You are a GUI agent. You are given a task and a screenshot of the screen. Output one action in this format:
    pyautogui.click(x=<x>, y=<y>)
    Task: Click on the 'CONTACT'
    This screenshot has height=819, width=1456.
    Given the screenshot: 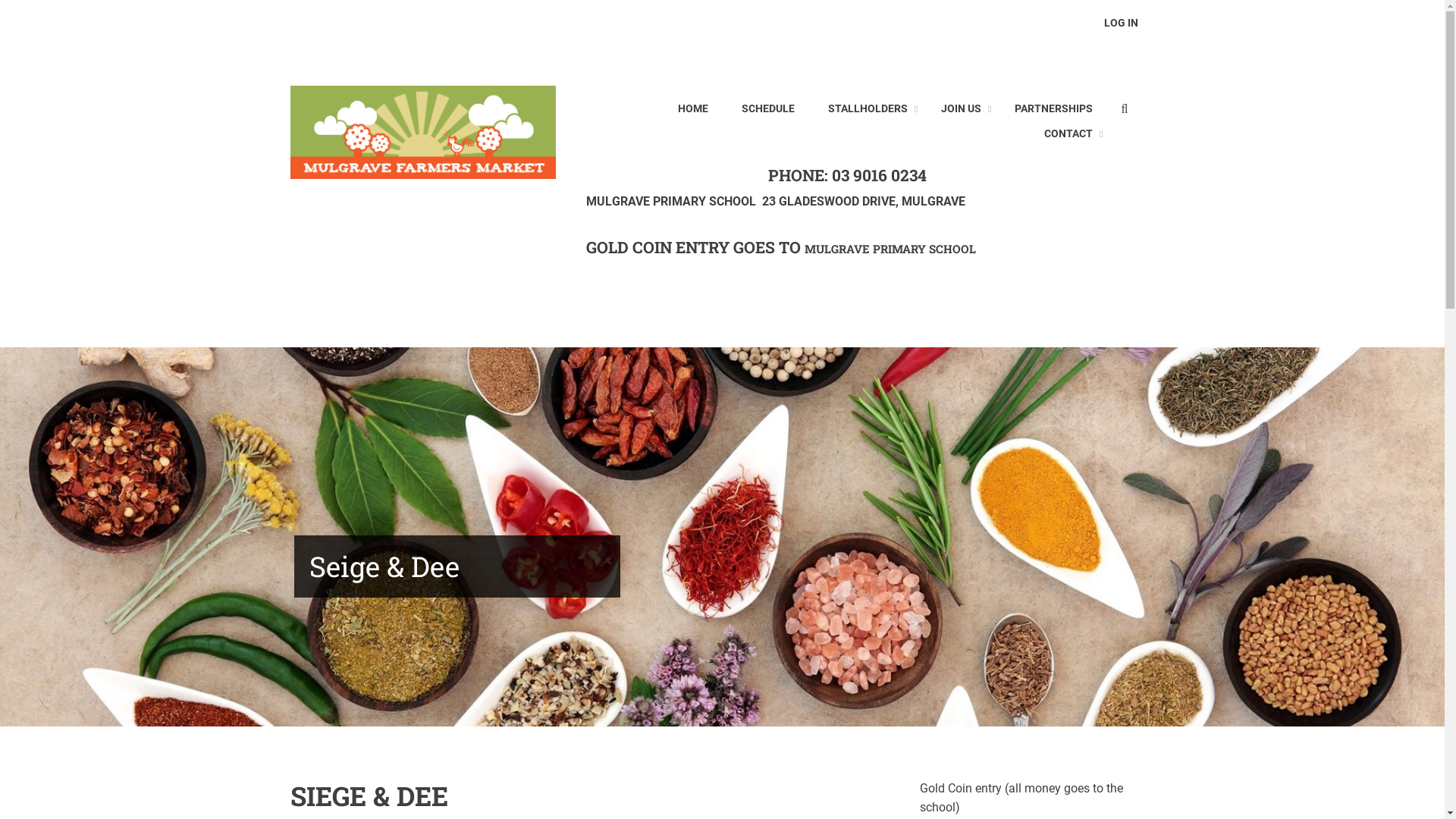 What is the action you would take?
    pyautogui.click(x=1068, y=133)
    